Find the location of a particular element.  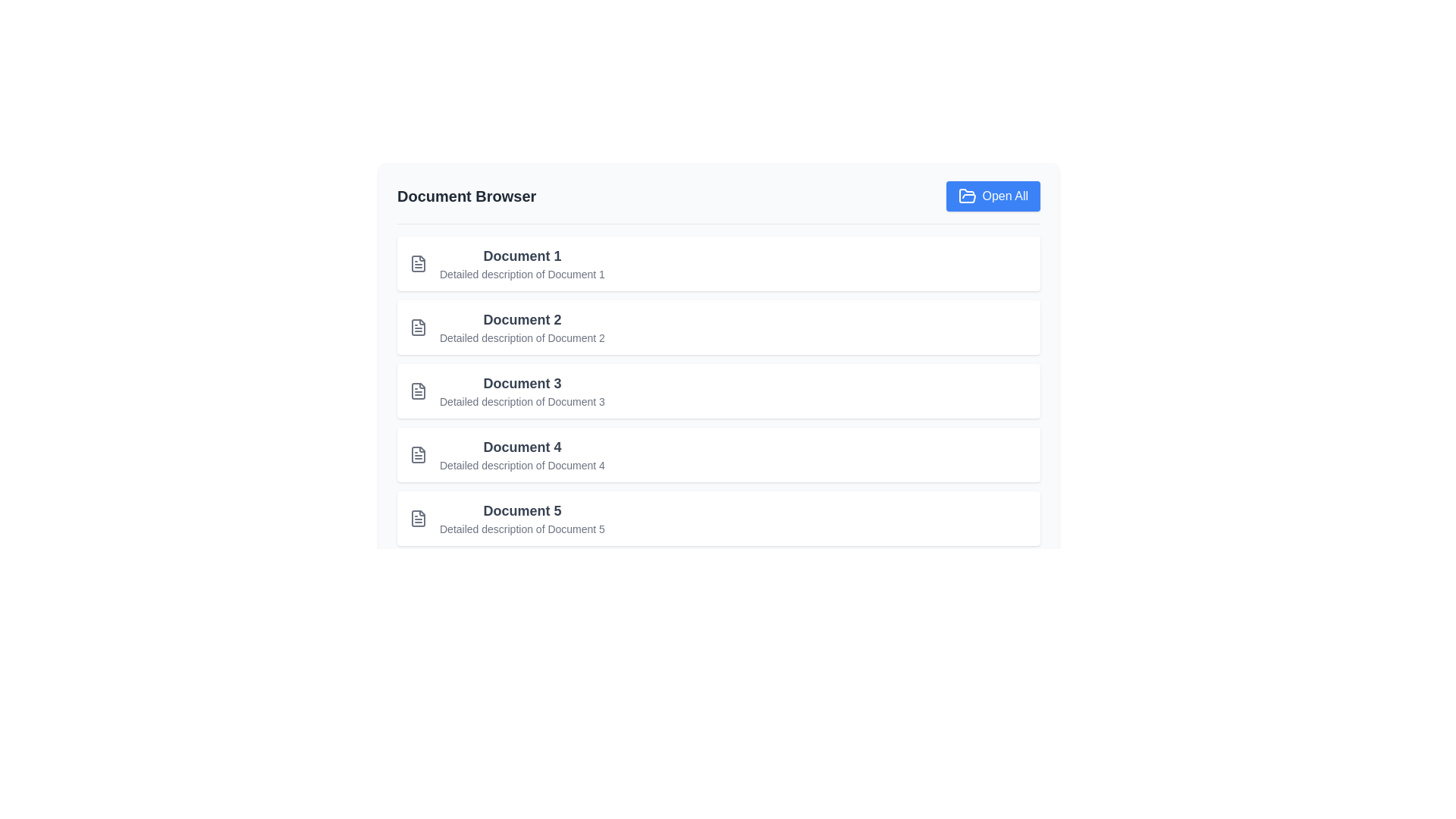

the textual display element representing 'Document 2' in the document list, which is centrally positioned below 'Document 1' is located at coordinates (522, 327).